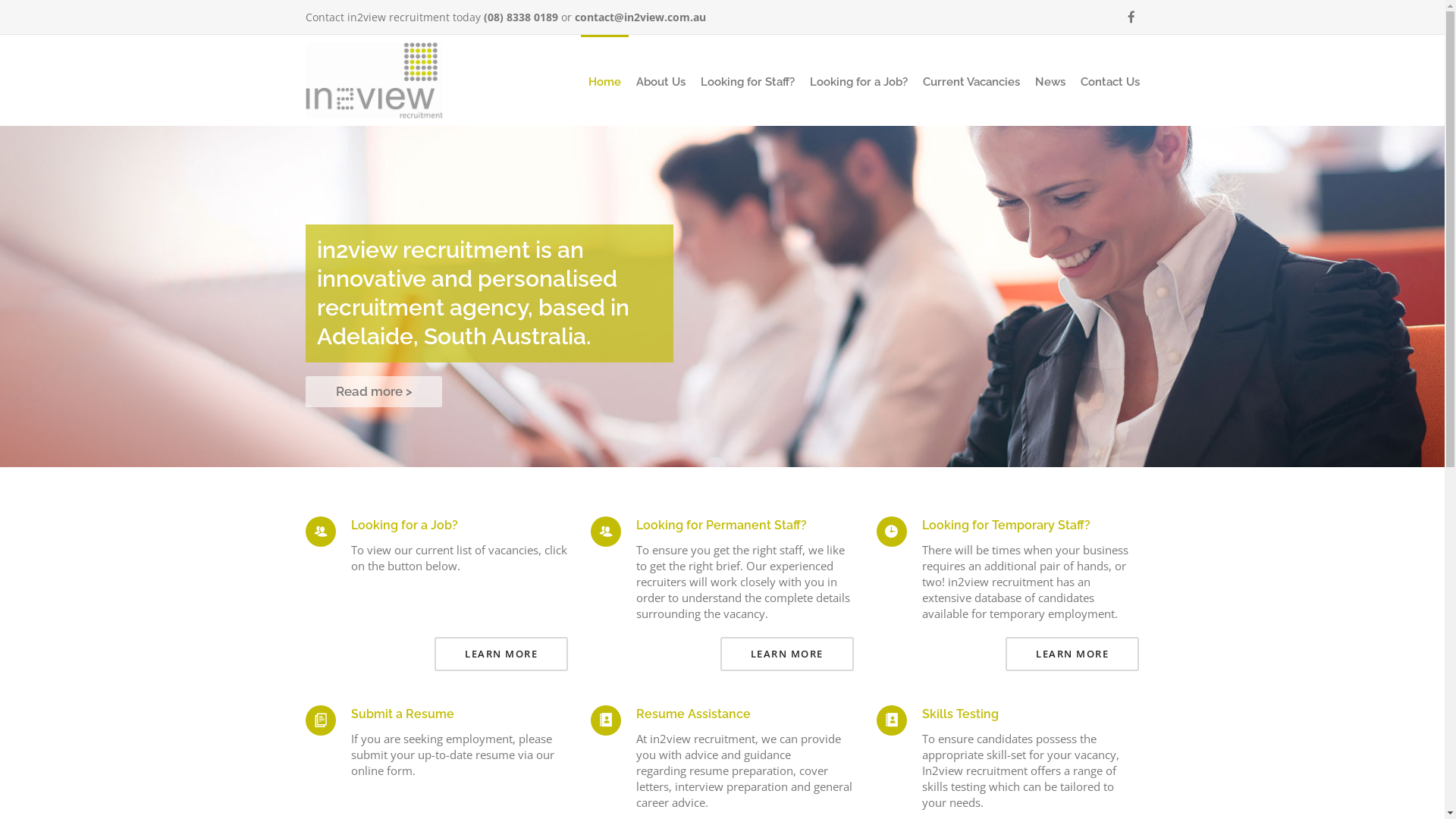 The width and height of the screenshot is (1456, 819). I want to click on 'Skills Testing', so click(959, 714).